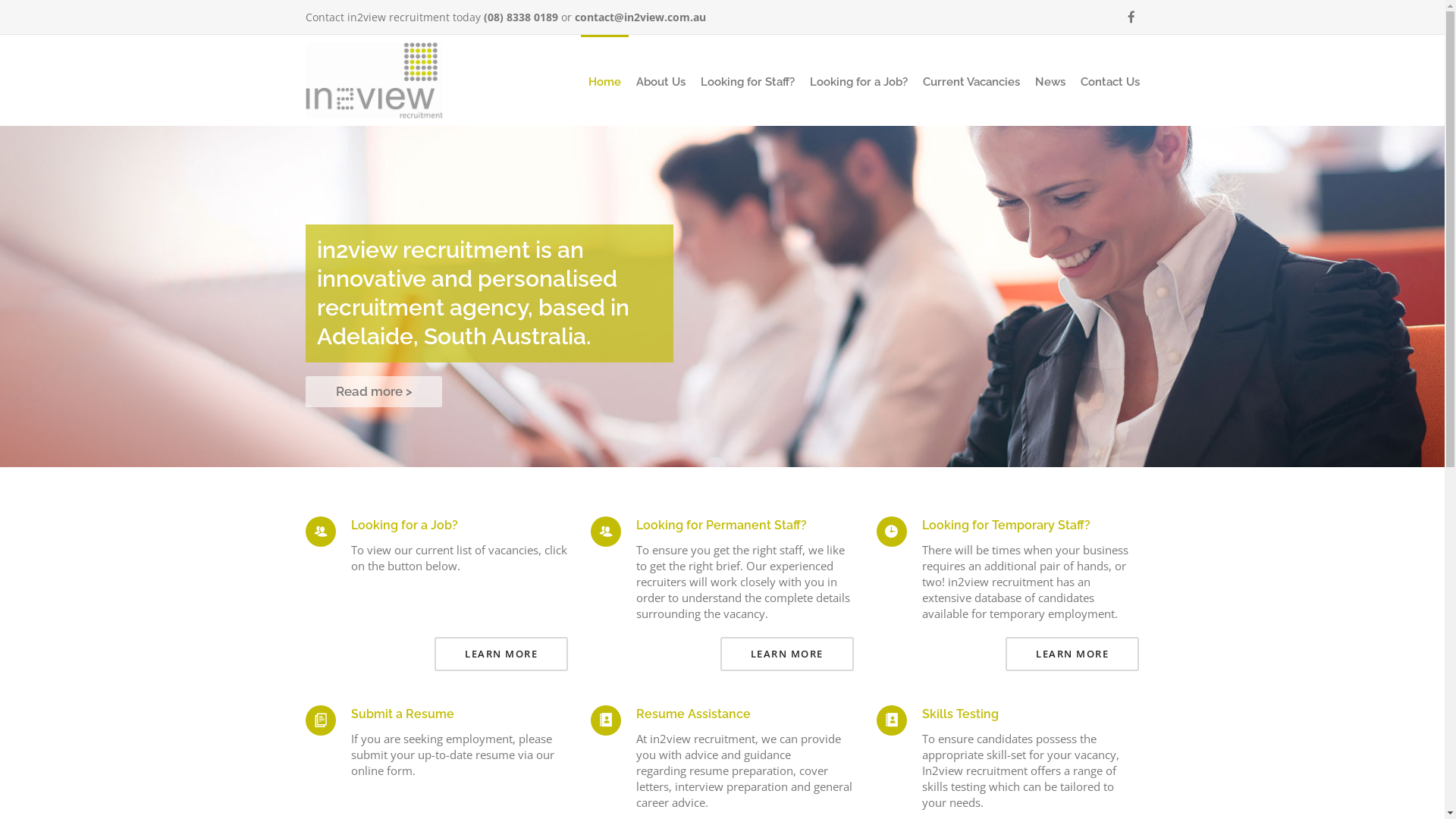 The width and height of the screenshot is (1456, 819). I want to click on 'Skills Testing', so click(959, 714).